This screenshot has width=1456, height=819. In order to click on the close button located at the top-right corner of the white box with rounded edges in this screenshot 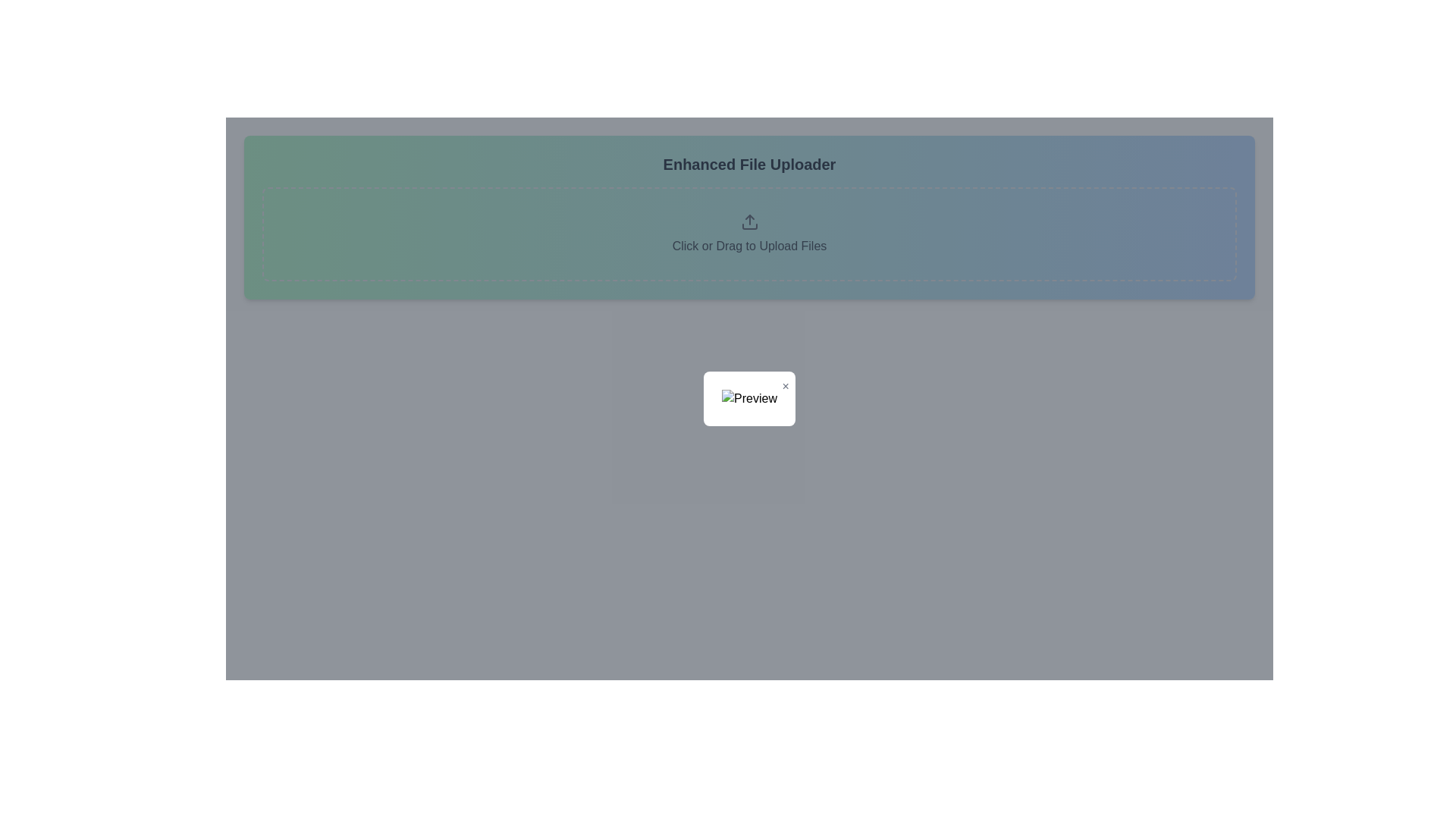, I will do `click(786, 385)`.